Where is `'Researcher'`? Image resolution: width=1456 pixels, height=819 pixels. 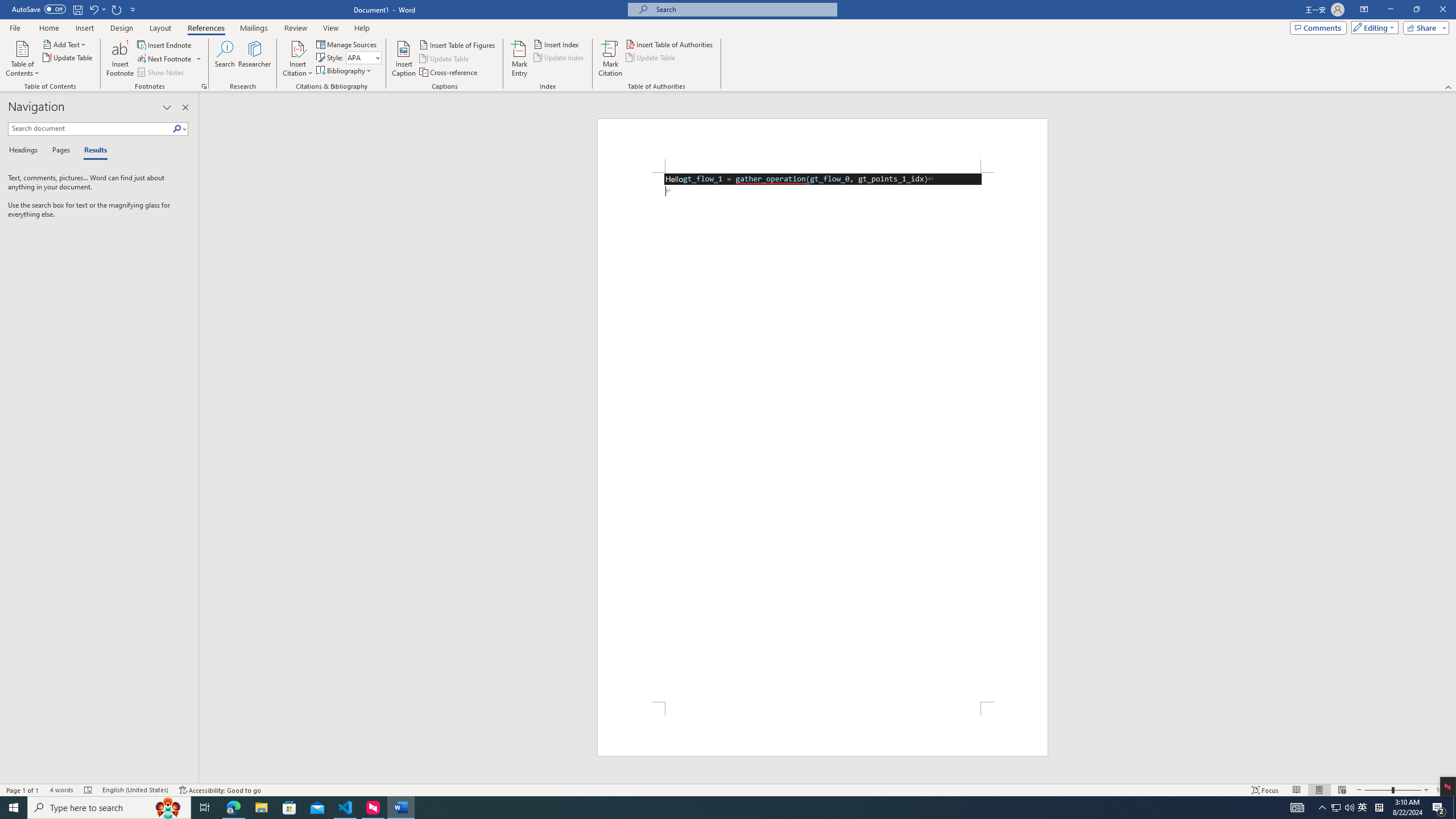
'Researcher' is located at coordinates (255, 59).